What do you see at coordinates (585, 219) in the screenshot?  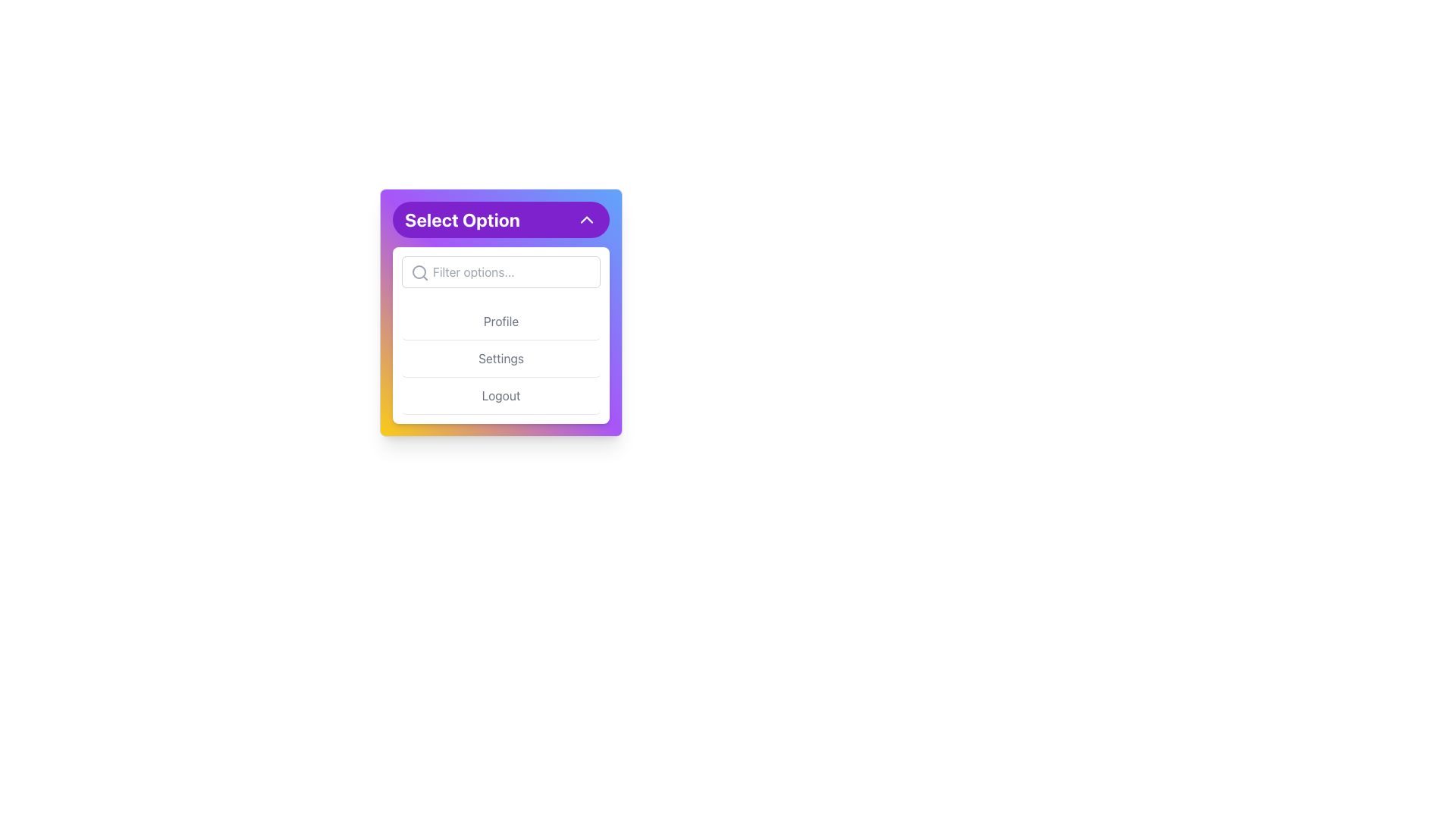 I see `the chevron-up icon, which is a triangular arrow styled as an SVG with a white stroke on a purple background, located in the top-right corner of the 'Select Option' button` at bounding box center [585, 219].